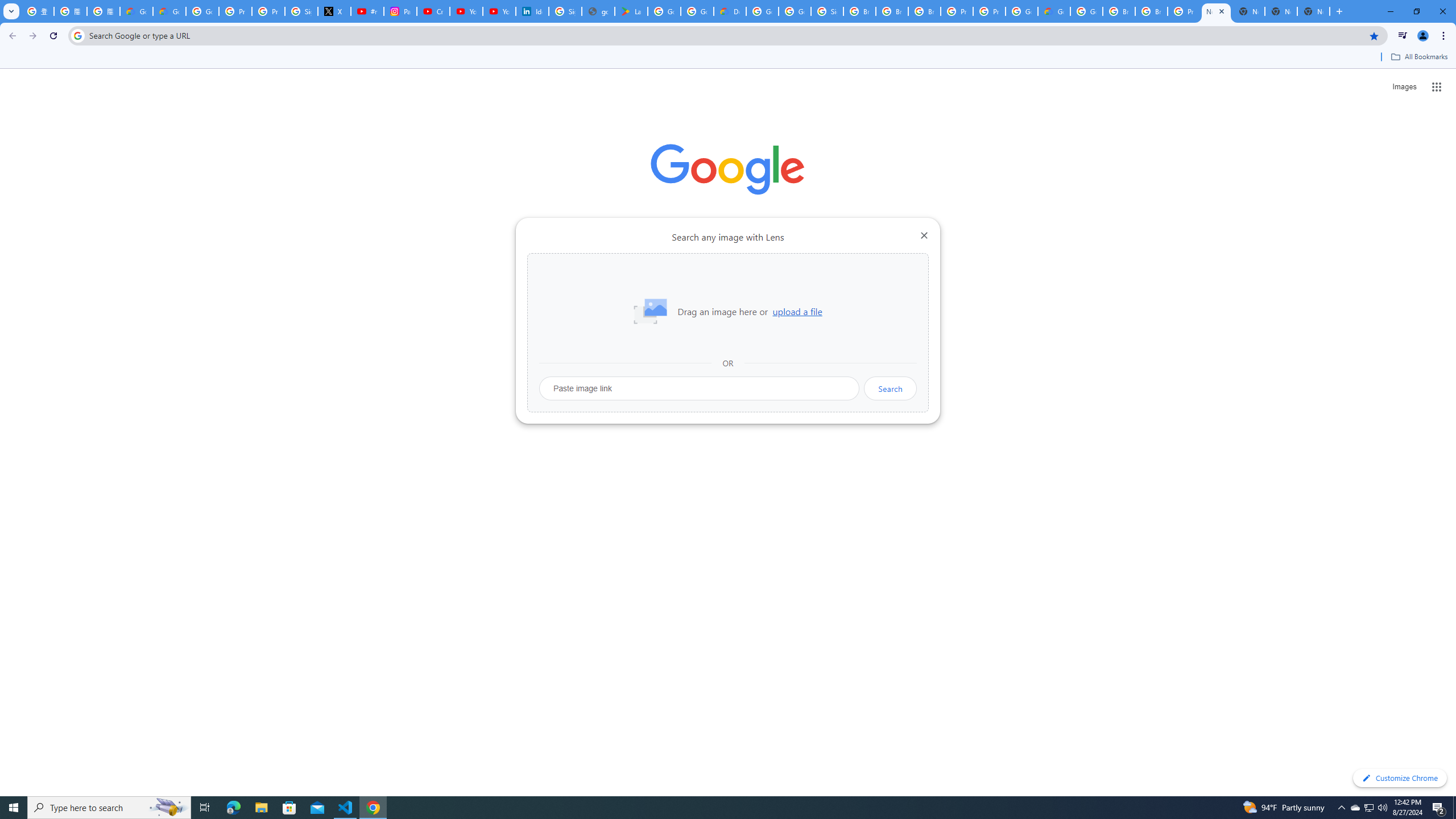 The width and height of the screenshot is (1456, 819). What do you see at coordinates (1053, 11) in the screenshot?
I see `'Google Cloud Estimate Summary'` at bounding box center [1053, 11].